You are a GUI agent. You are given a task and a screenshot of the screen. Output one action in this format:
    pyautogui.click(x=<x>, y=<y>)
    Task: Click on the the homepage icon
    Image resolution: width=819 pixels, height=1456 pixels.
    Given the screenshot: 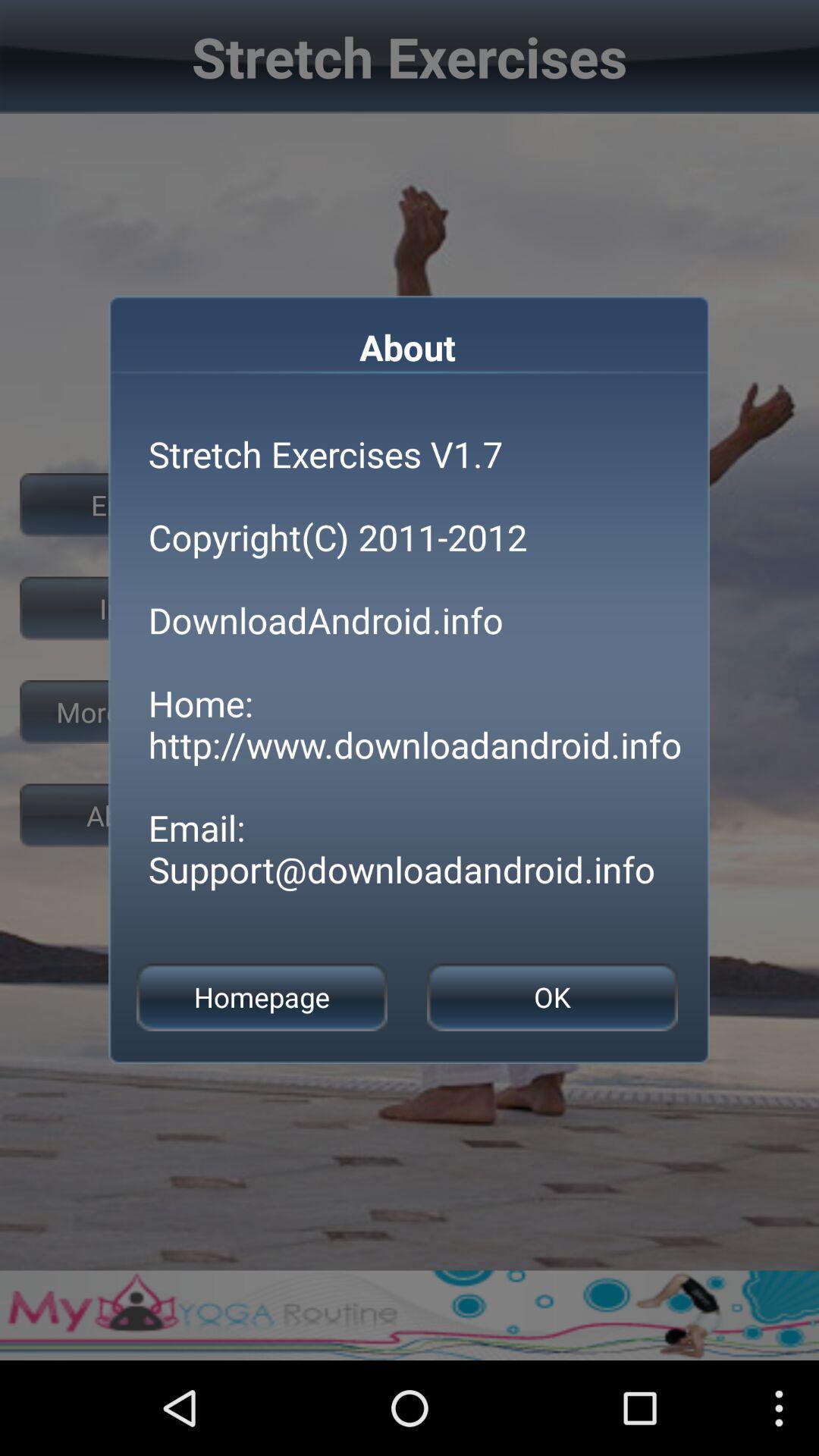 What is the action you would take?
    pyautogui.click(x=261, y=997)
    